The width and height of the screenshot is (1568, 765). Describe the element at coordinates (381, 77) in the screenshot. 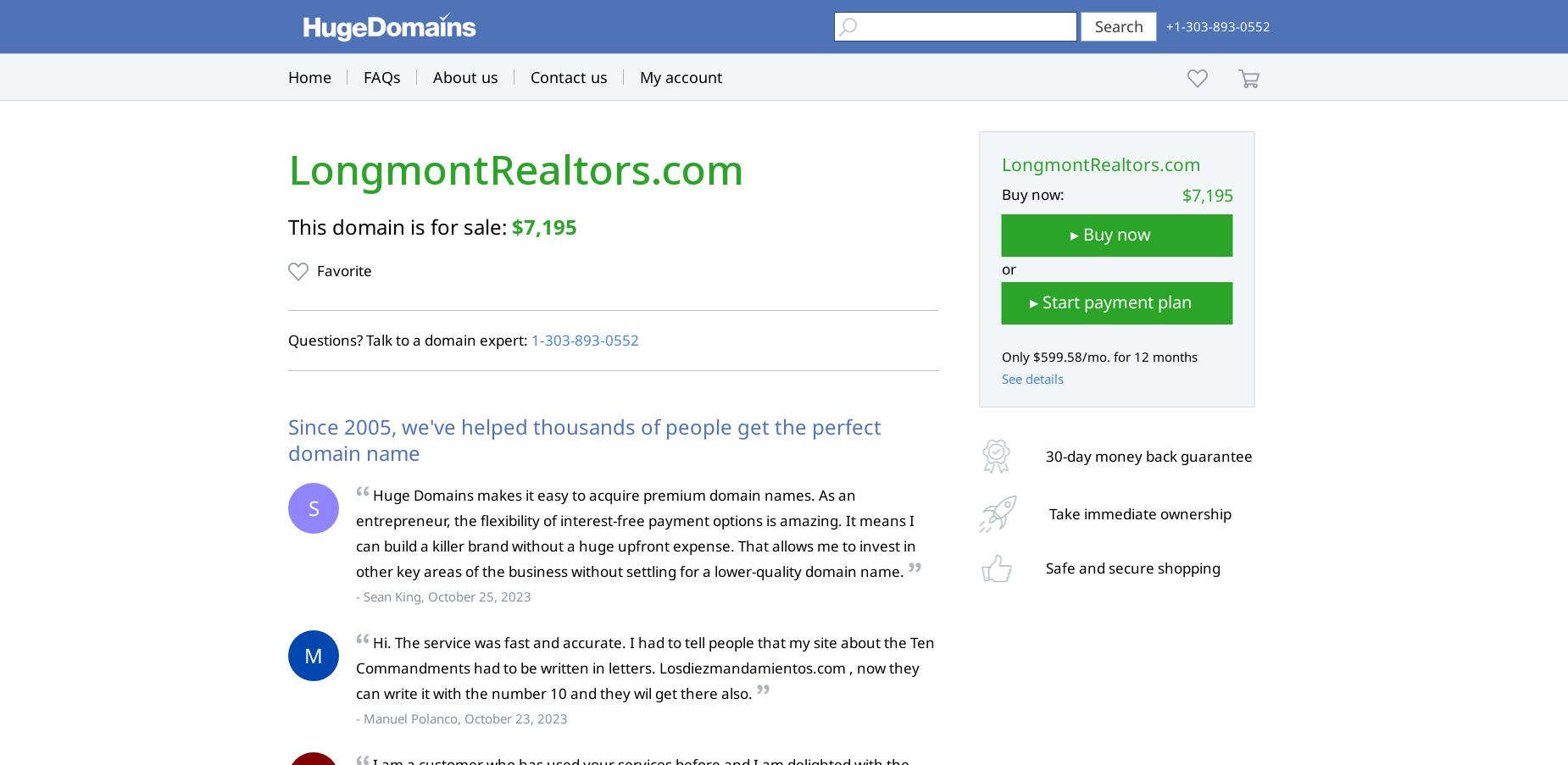

I see `'FAQs'` at that location.